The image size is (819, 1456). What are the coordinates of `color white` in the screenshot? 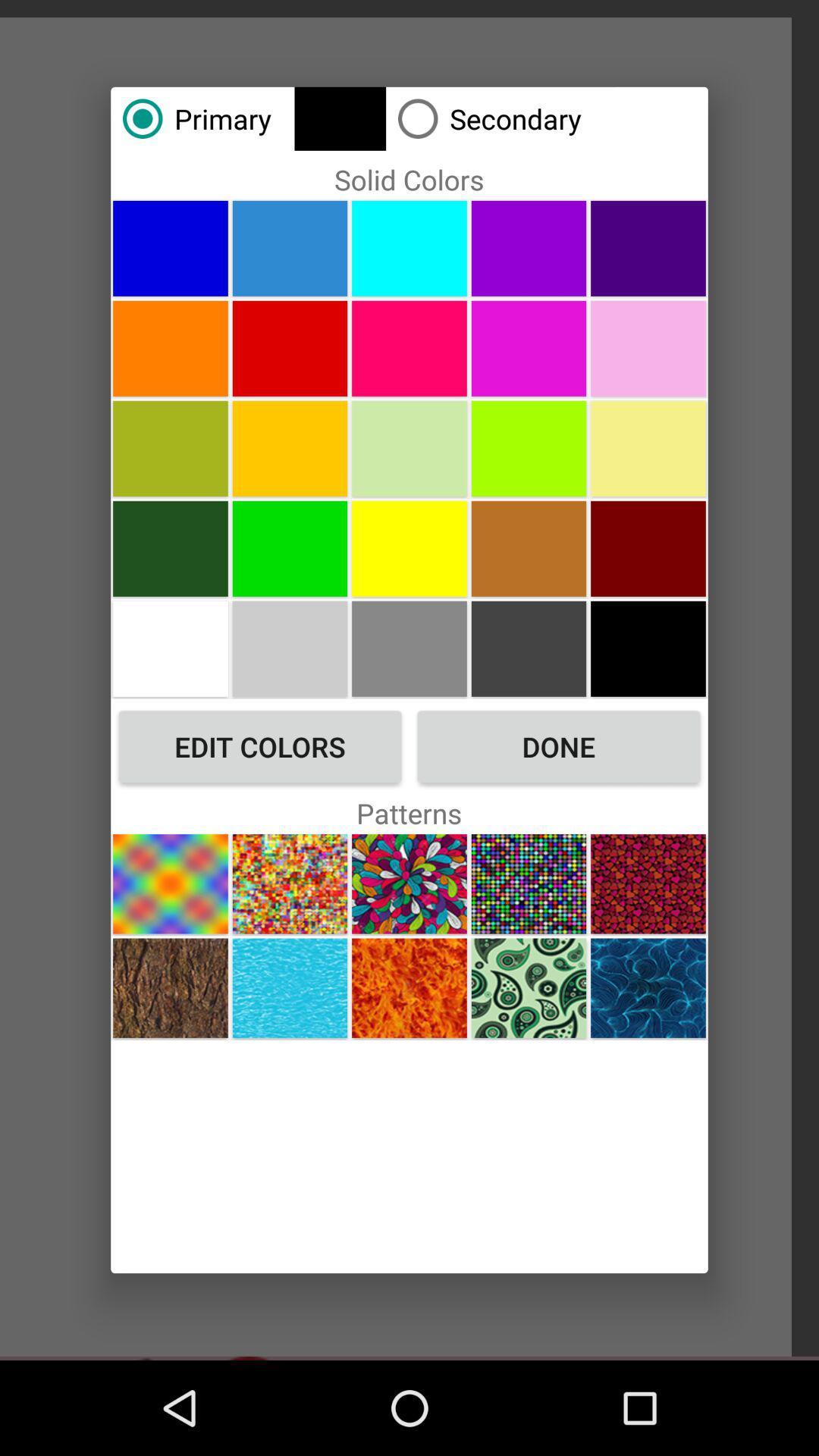 It's located at (170, 648).